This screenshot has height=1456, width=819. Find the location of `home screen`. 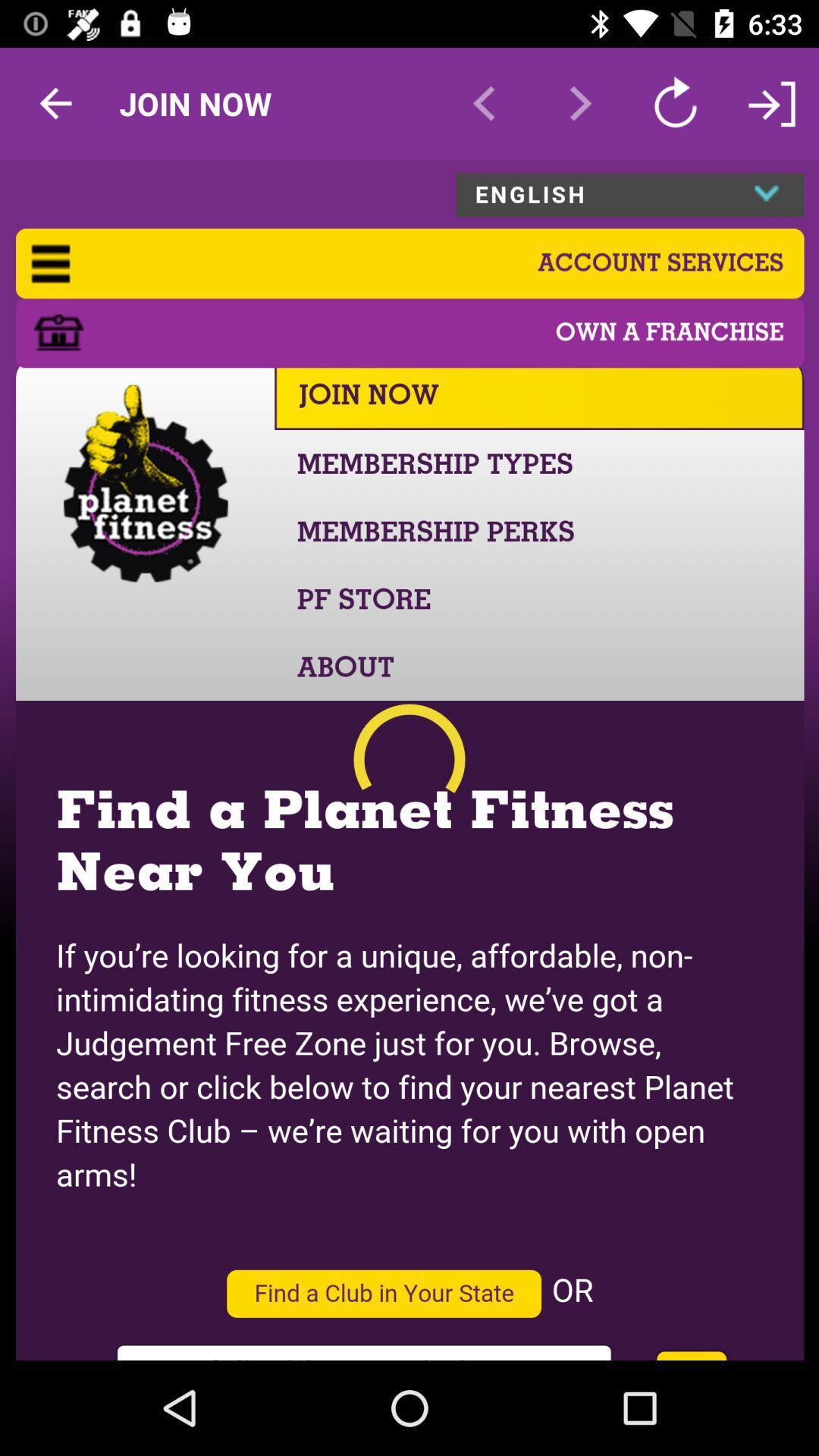

home screen is located at coordinates (409, 760).